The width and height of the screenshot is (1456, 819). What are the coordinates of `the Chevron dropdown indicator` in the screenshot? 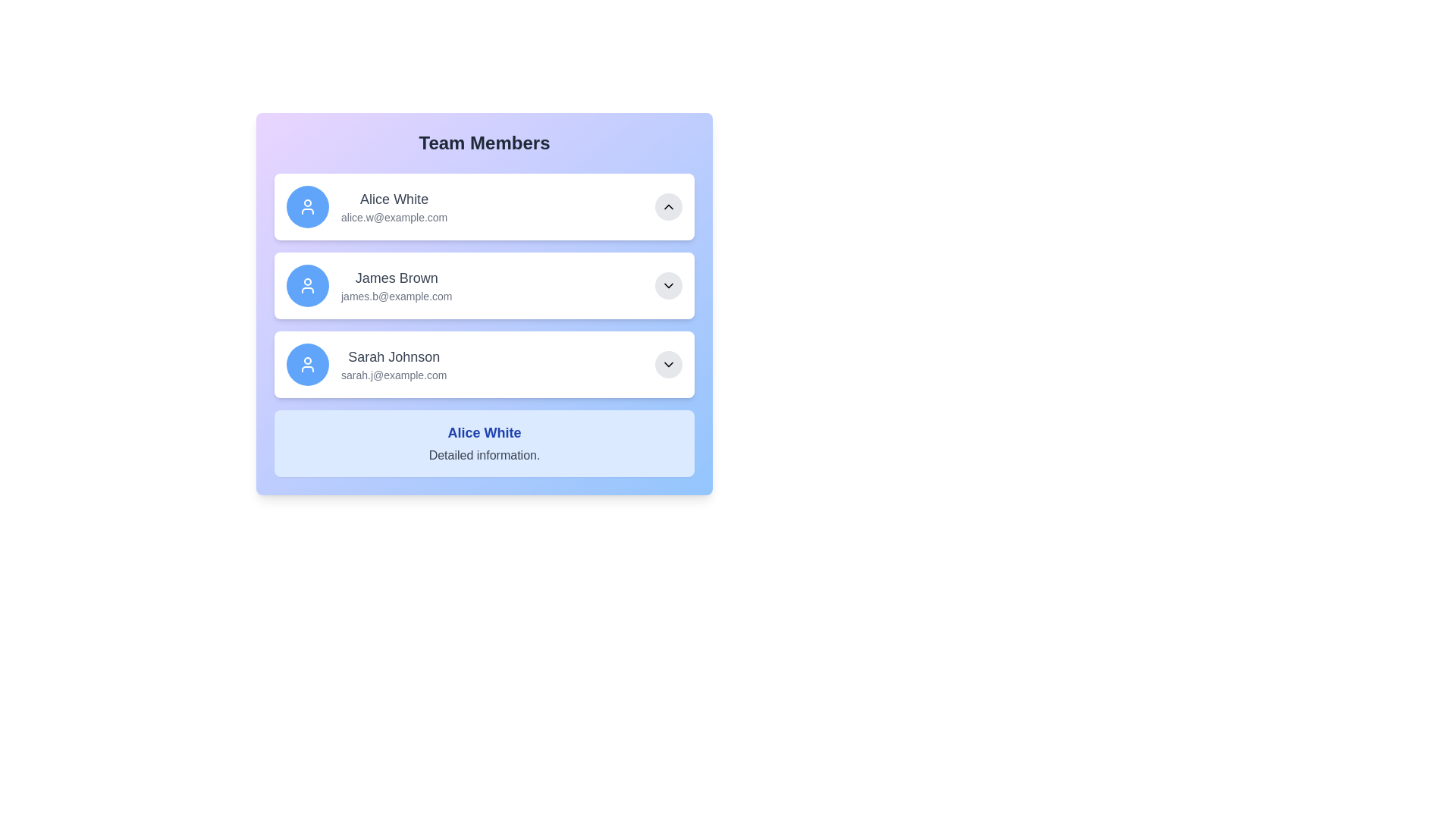 It's located at (668, 365).